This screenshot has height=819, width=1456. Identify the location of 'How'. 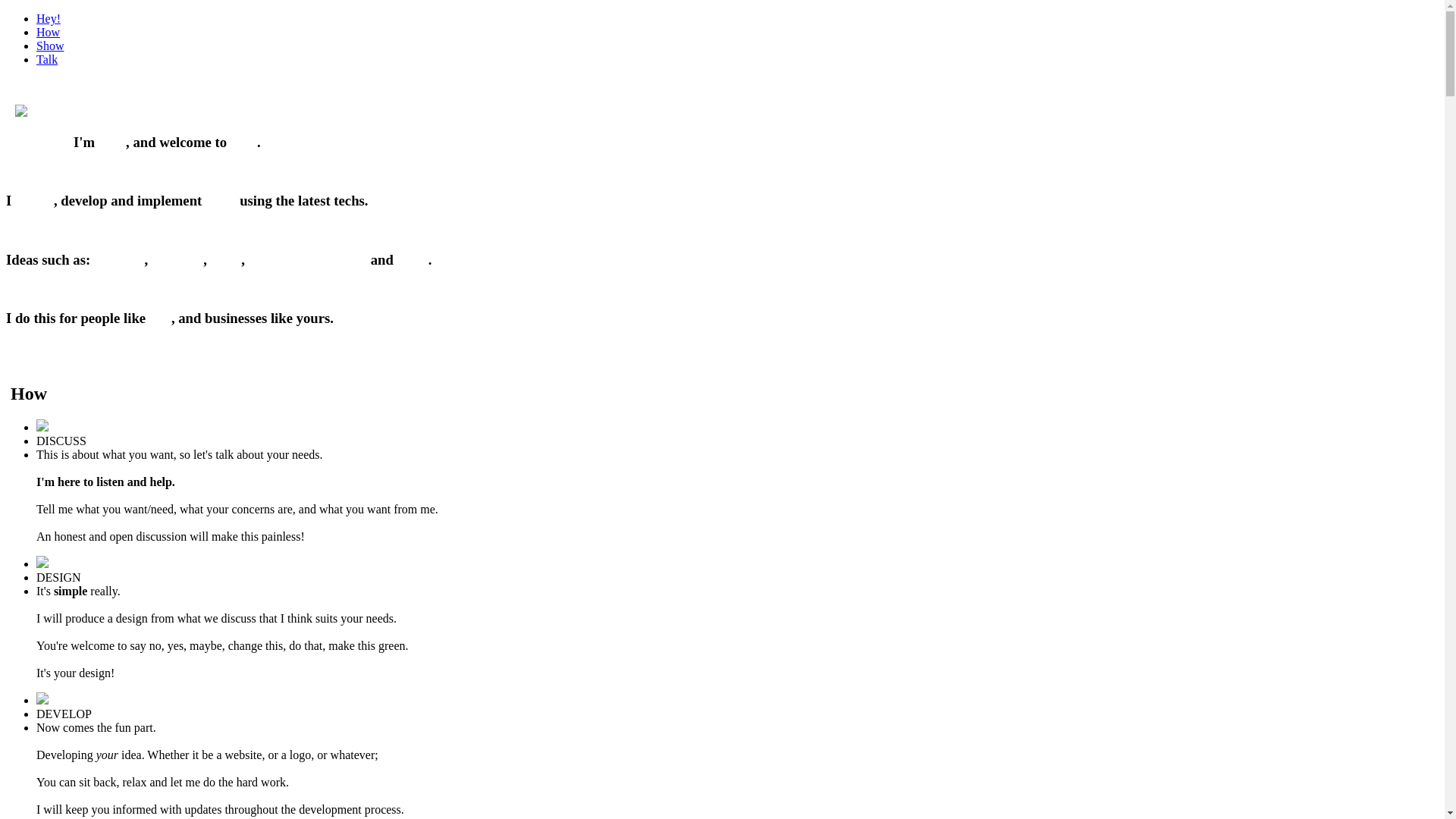
(48, 32).